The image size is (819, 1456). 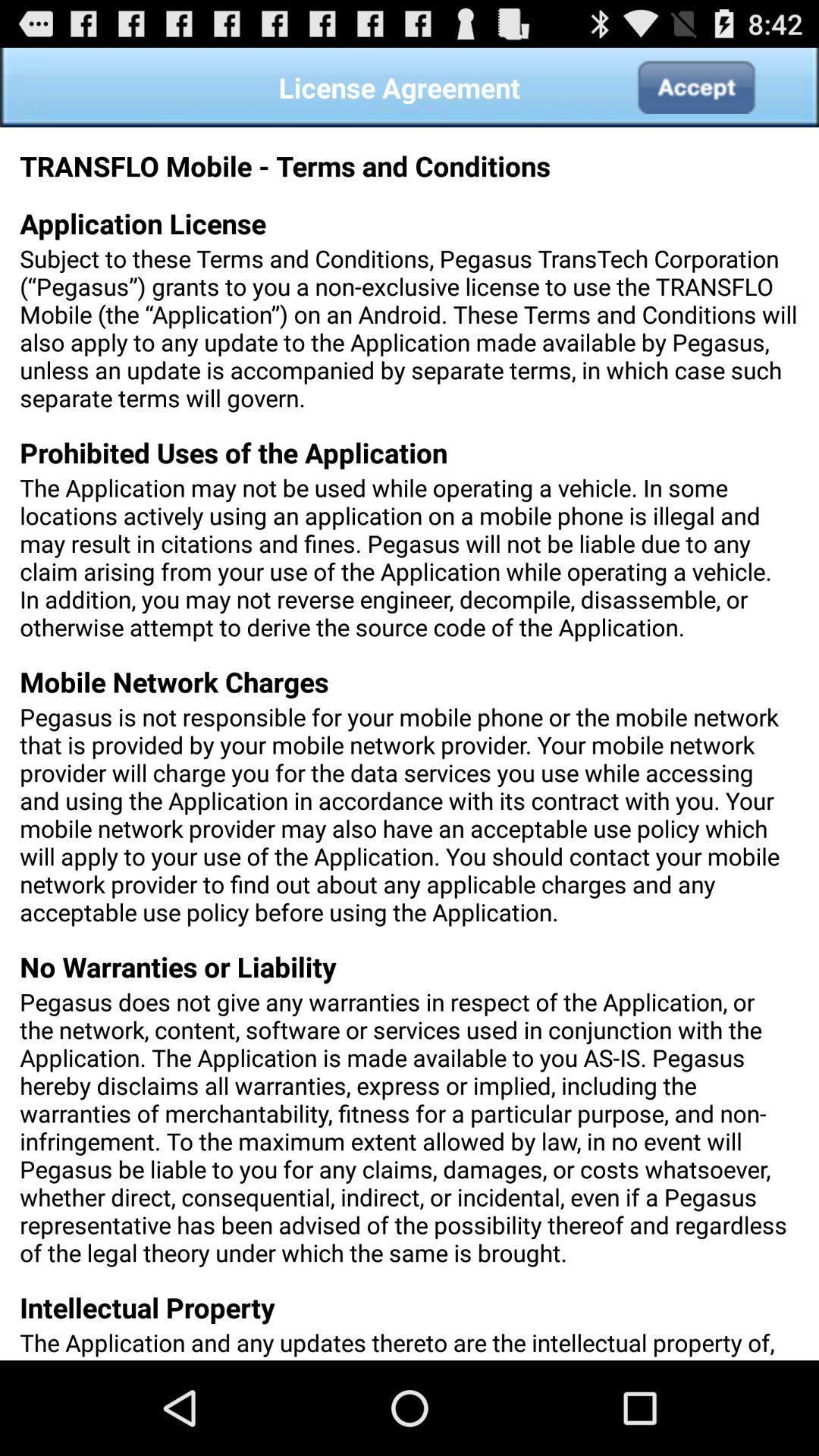 I want to click on the icon above subject to these, so click(x=695, y=86).